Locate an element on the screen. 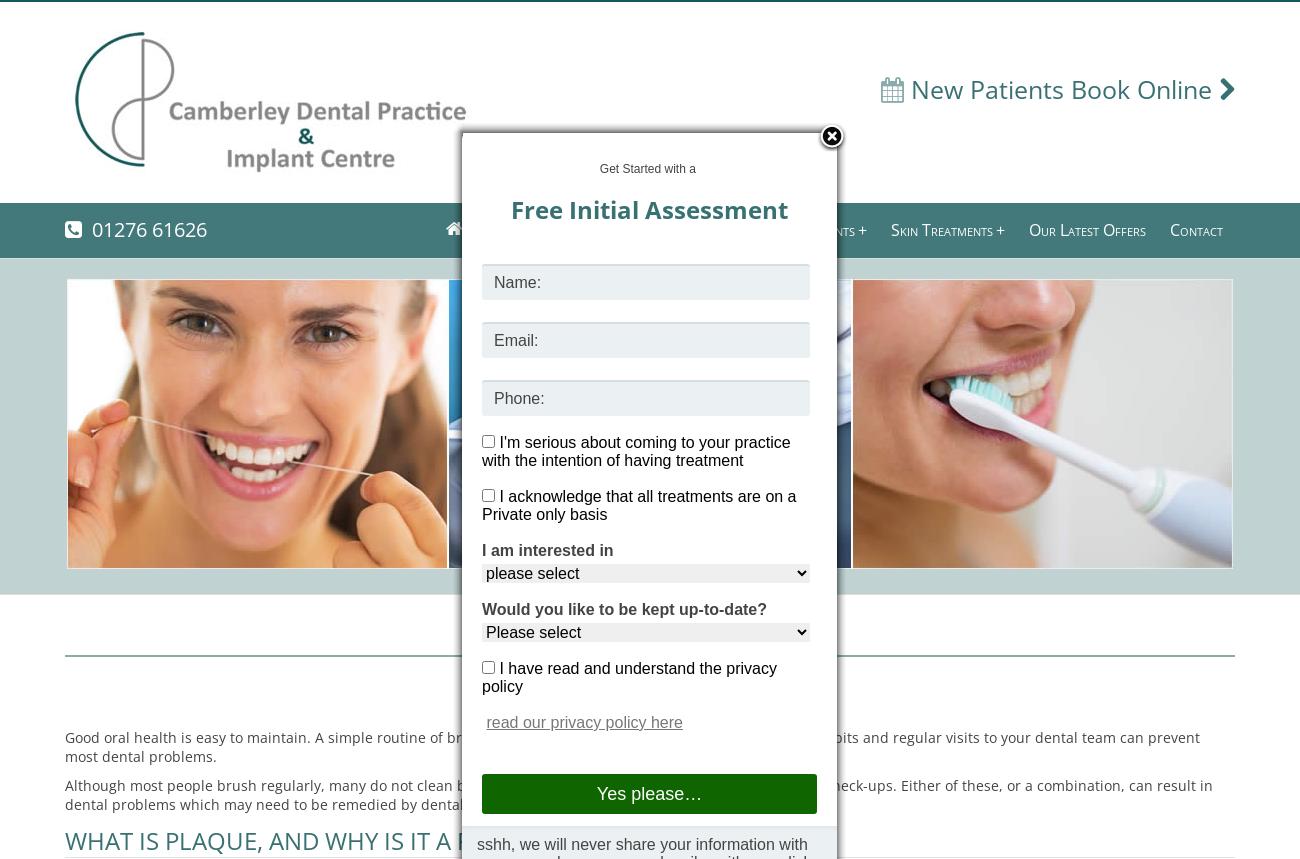  'I acknowledge that all treatments are on a Private only basis' is located at coordinates (638, 505).